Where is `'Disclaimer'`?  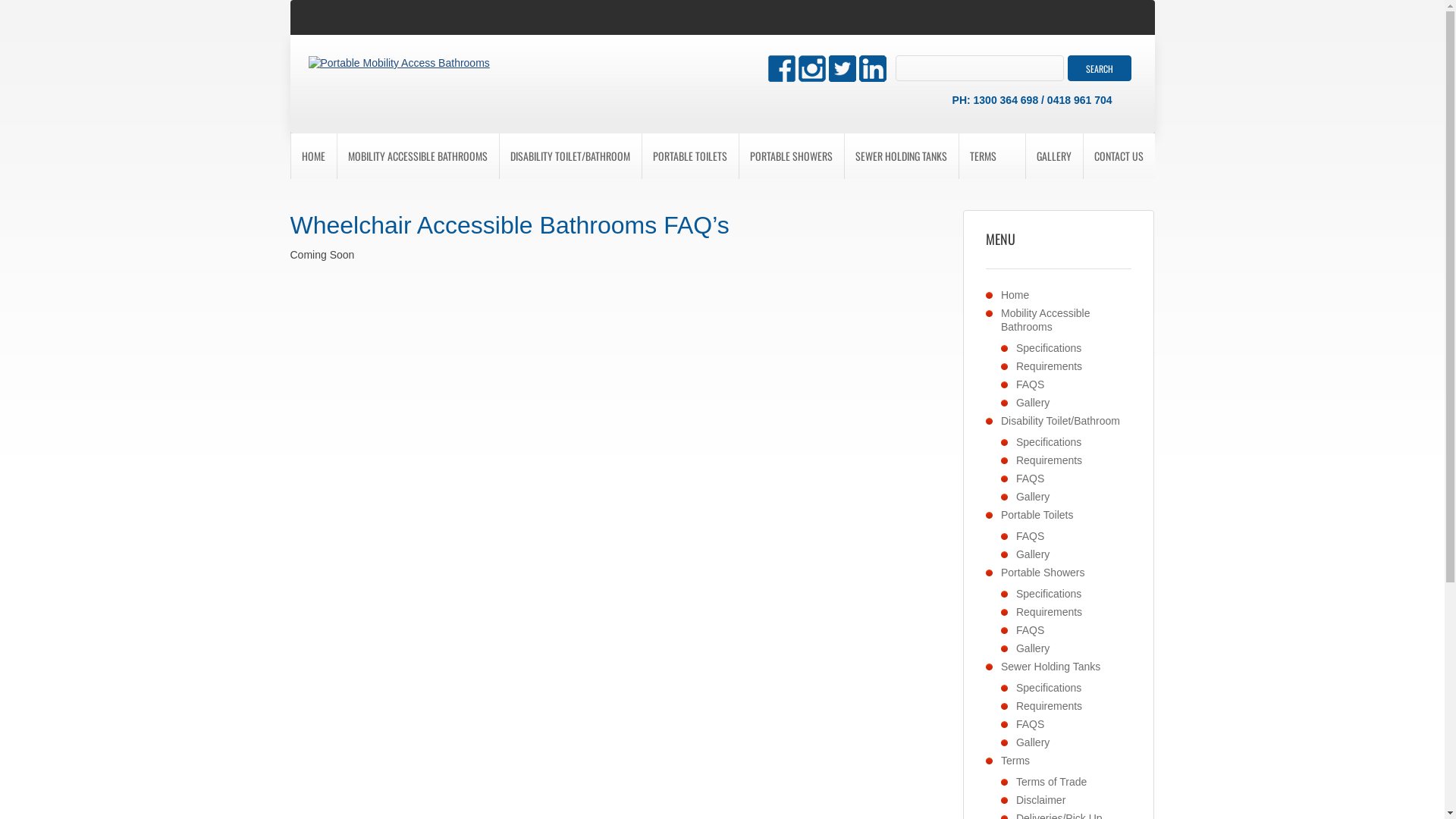 'Disclaimer' is located at coordinates (1040, 799).